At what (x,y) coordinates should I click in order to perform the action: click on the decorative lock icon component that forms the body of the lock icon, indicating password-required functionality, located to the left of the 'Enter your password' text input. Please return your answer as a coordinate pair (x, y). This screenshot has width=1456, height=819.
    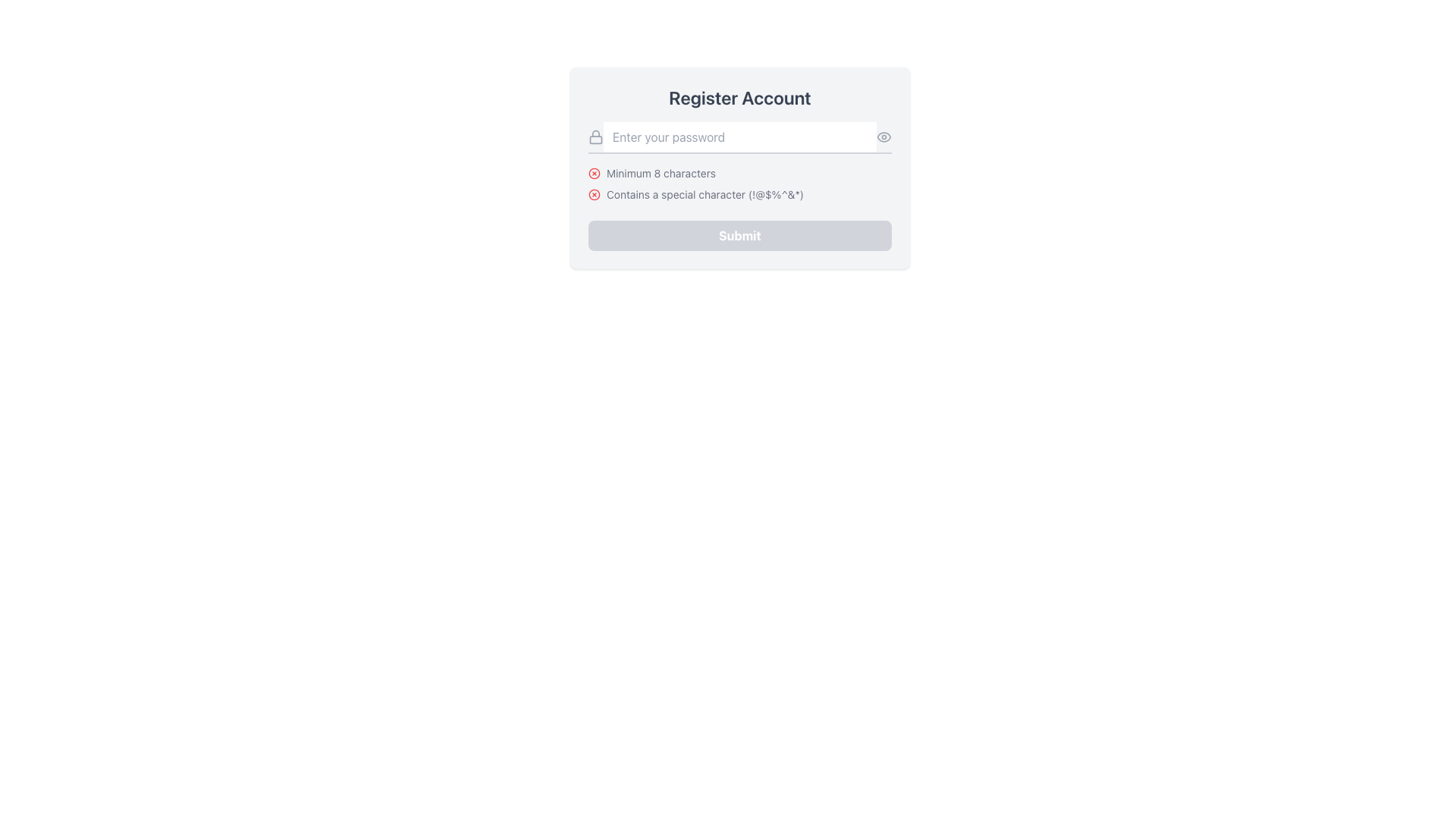
    Looking at the image, I should click on (595, 140).